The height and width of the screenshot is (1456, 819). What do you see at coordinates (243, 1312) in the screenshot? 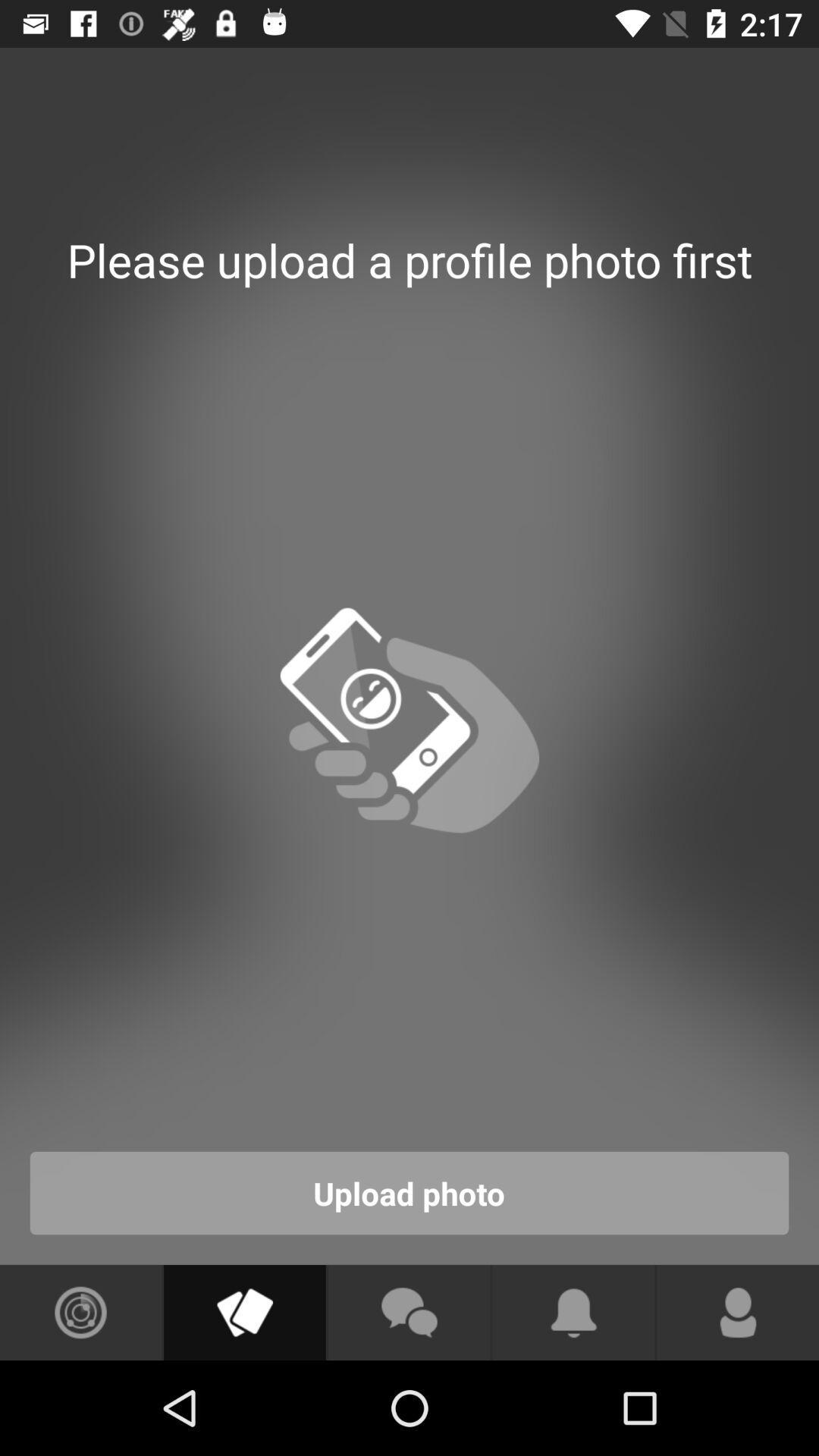
I see `shows file icon` at bounding box center [243, 1312].